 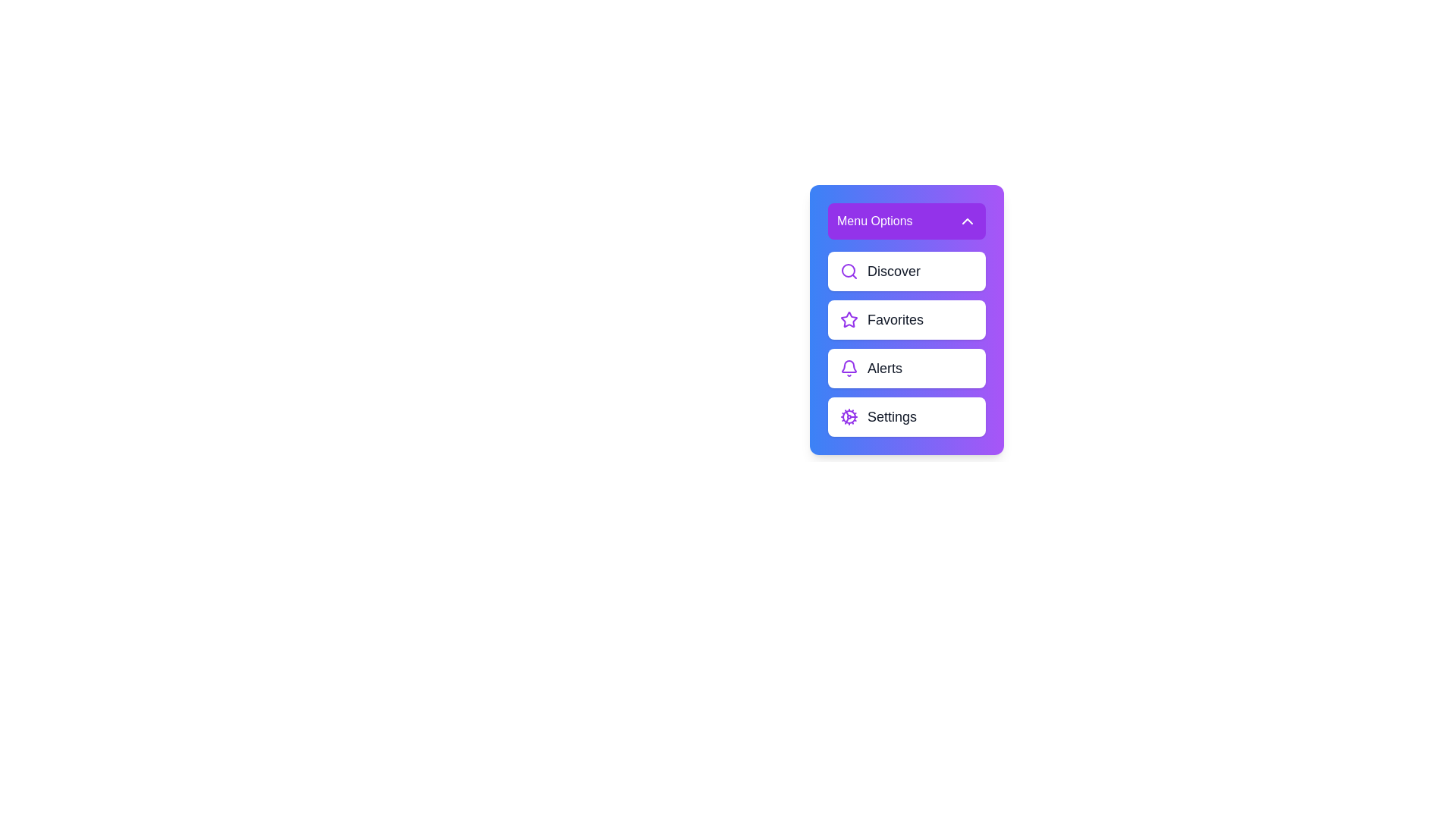 I want to click on the interactive navigation button located in the third segment of the vertical menu, so click(x=906, y=344).